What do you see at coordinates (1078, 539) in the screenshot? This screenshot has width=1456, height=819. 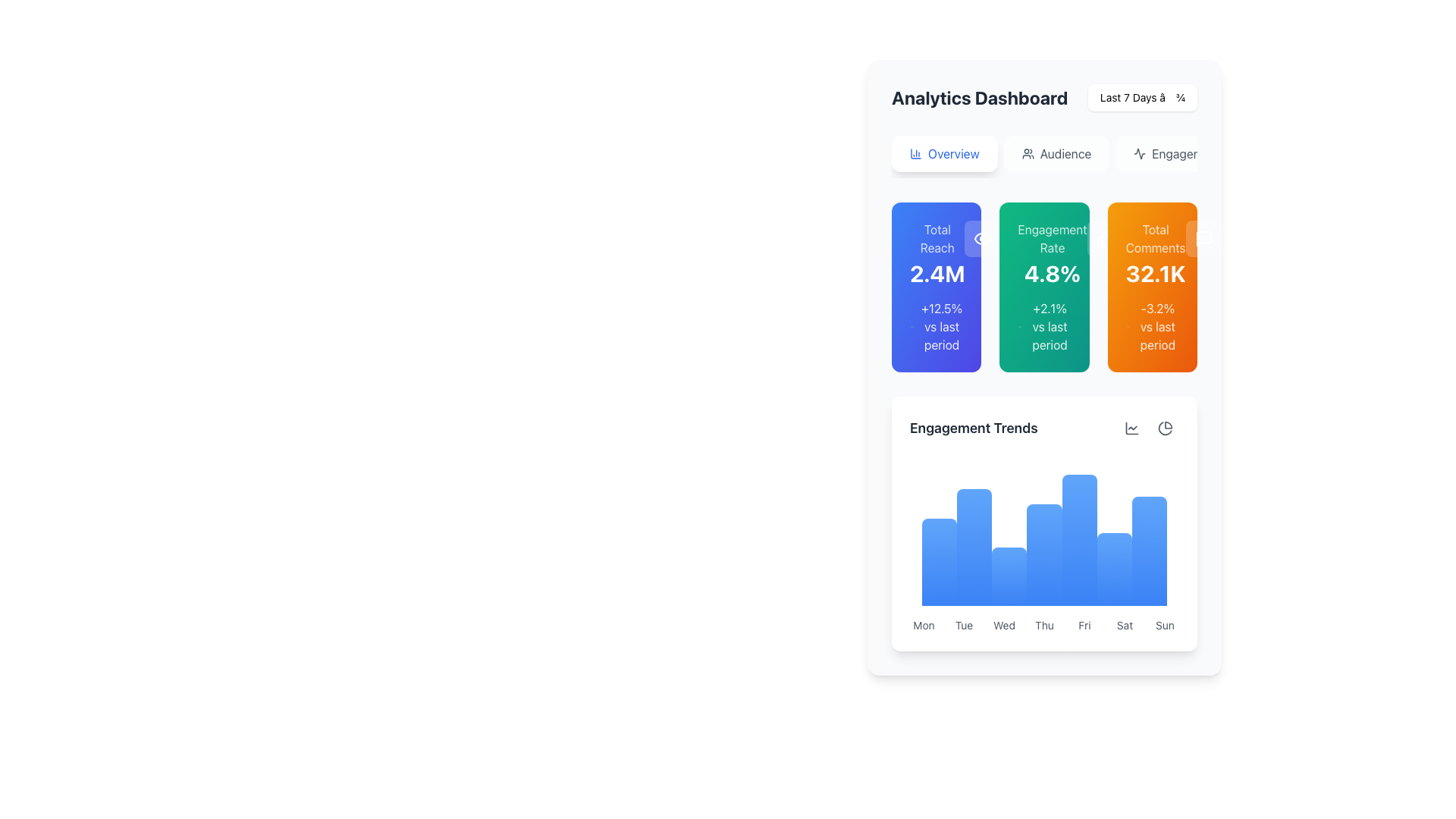 I see `the data represented by the fifth vertical bar in the 'Engagement Trends' bar chart, which has a gradient background transitioning from blue to lighter blue and is located above the label 'Fri'` at bounding box center [1078, 539].